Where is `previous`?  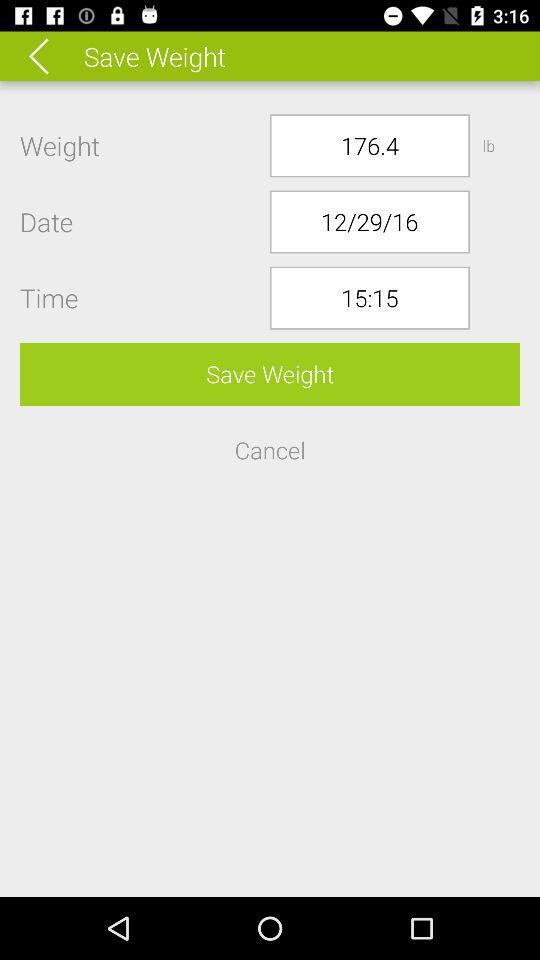 previous is located at coordinates (52, 55).